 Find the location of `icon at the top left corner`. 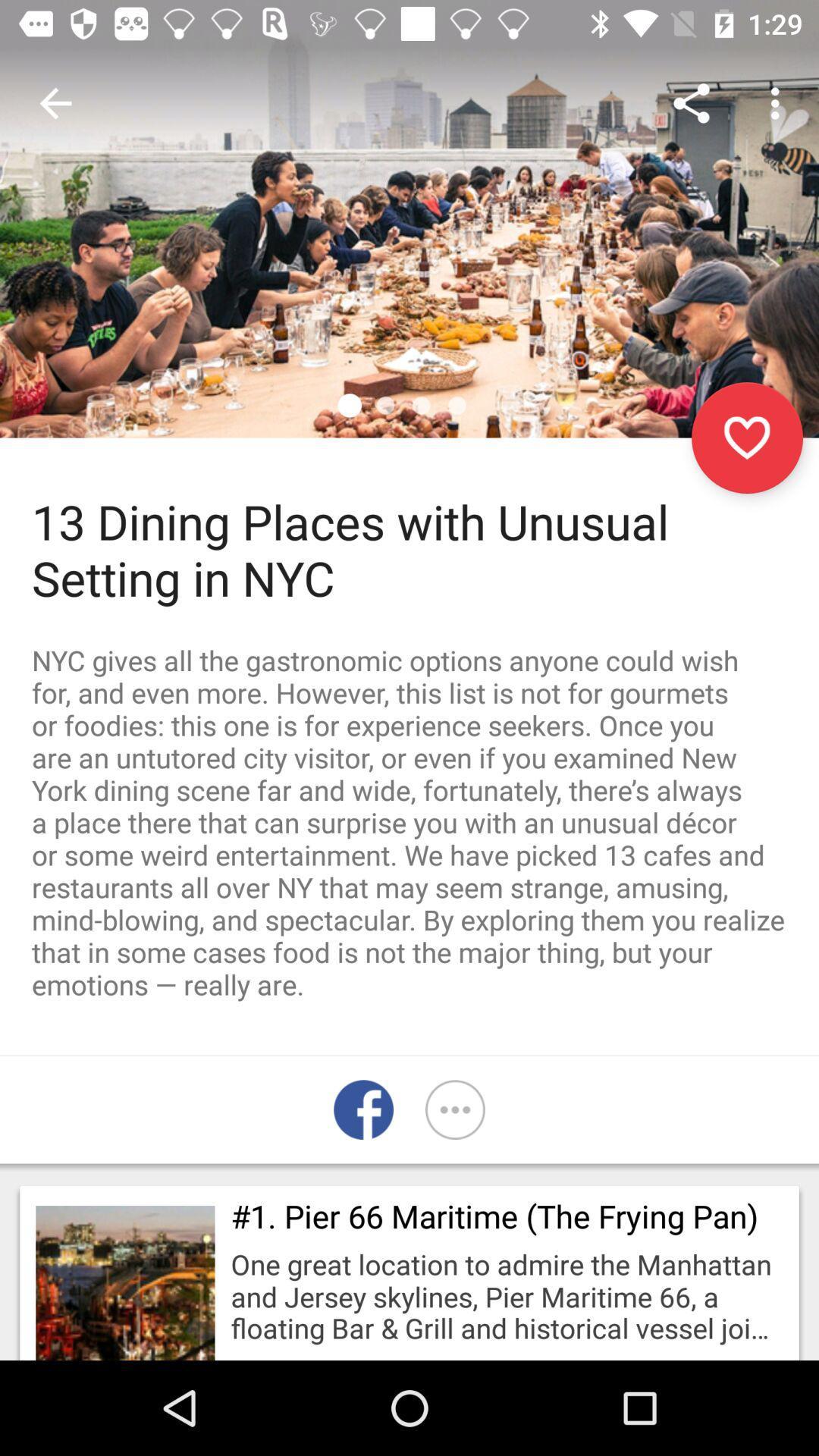

icon at the top left corner is located at coordinates (55, 102).